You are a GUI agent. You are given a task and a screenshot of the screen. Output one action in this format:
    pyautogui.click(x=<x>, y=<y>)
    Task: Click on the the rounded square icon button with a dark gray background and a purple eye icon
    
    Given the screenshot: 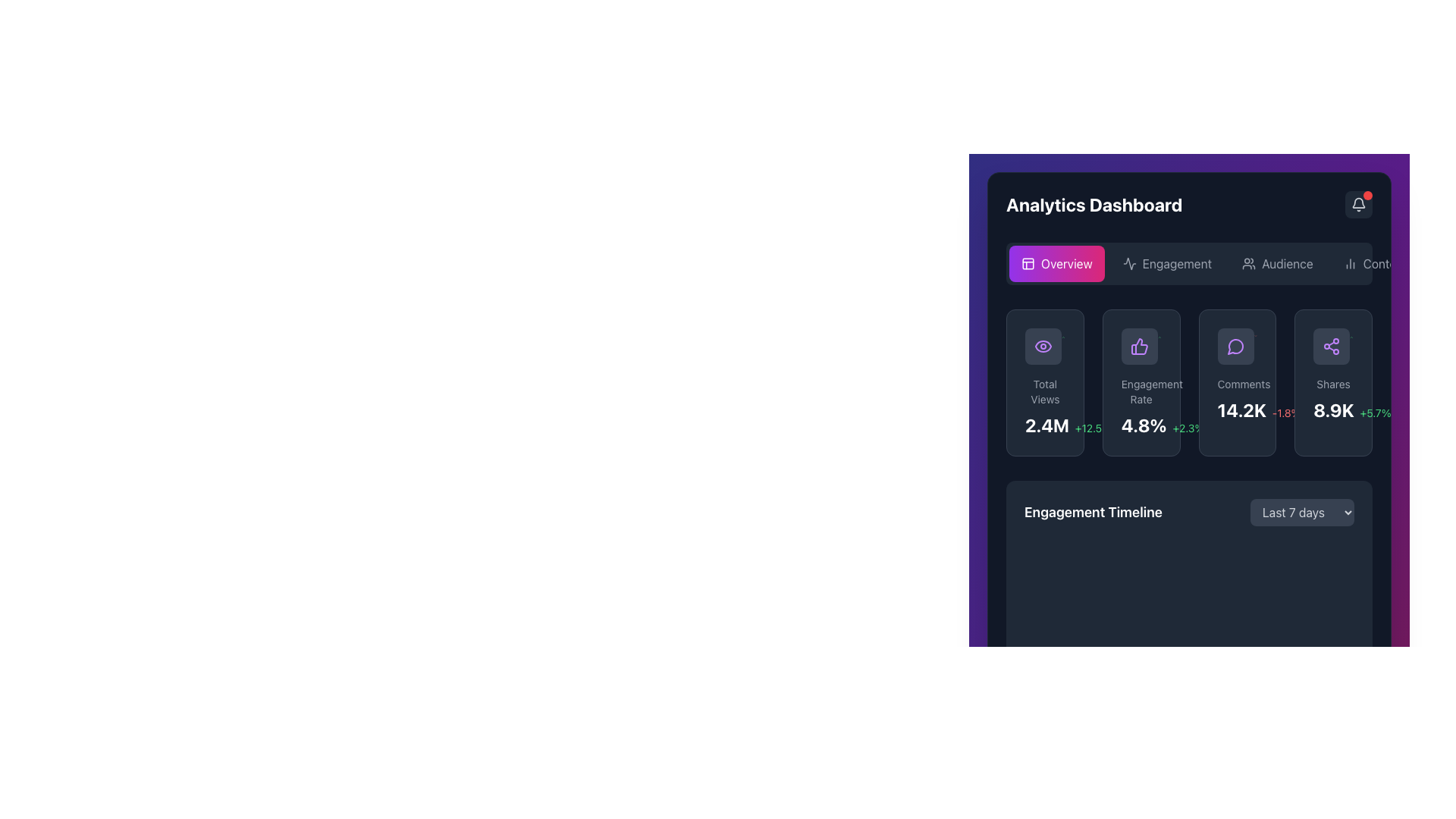 What is the action you would take?
    pyautogui.click(x=1043, y=346)
    